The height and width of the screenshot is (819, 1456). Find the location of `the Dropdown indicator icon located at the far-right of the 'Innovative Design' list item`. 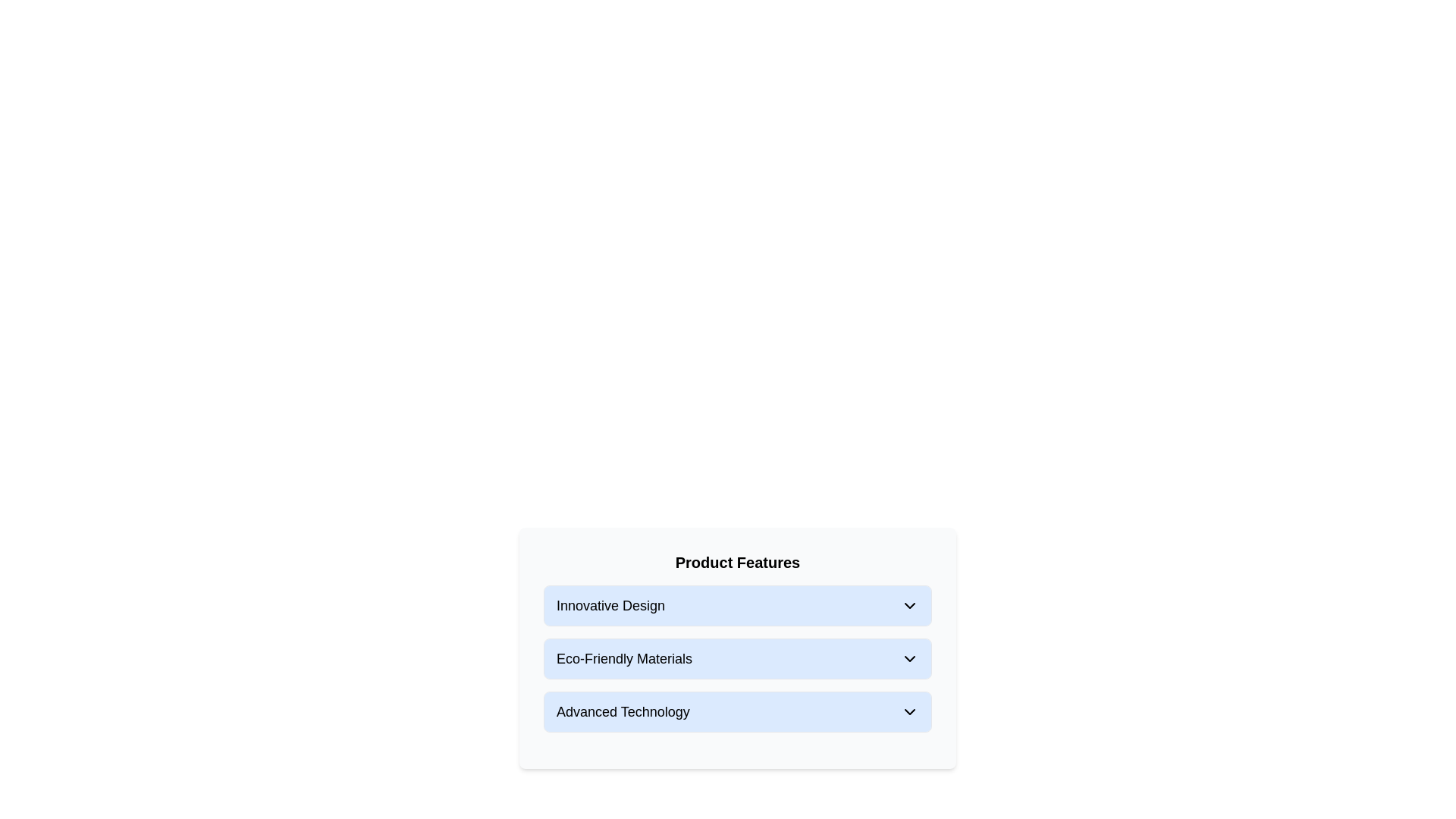

the Dropdown indicator icon located at the far-right of the 'Innovative Design' list item is located at coordinates (910, 604).